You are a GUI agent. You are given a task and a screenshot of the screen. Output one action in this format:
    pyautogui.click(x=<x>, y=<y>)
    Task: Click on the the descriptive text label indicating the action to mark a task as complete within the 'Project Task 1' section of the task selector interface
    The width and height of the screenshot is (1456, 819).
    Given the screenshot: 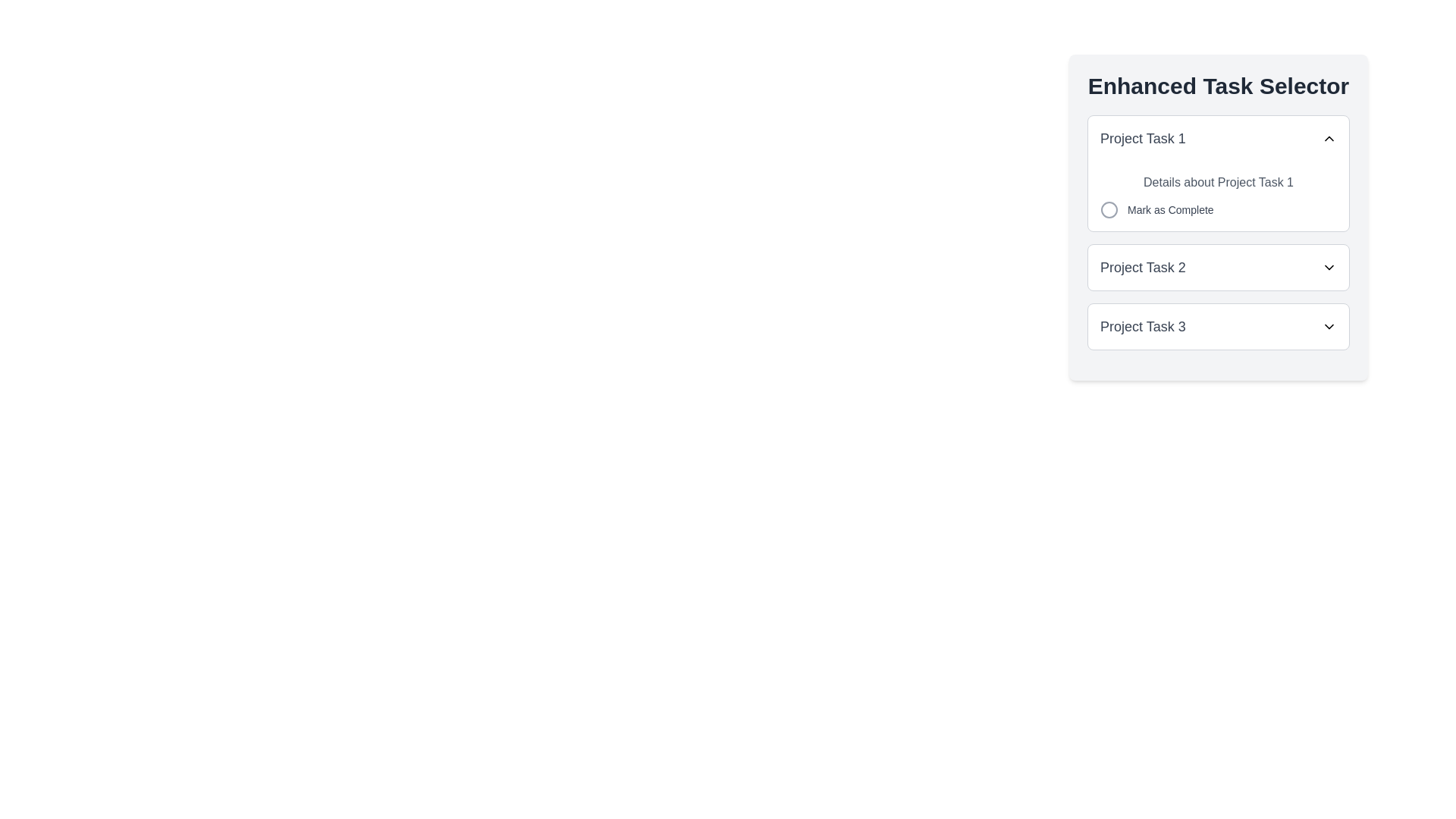 What is the action you would take?
    pyautogui.click(x=1169, y=210)
    